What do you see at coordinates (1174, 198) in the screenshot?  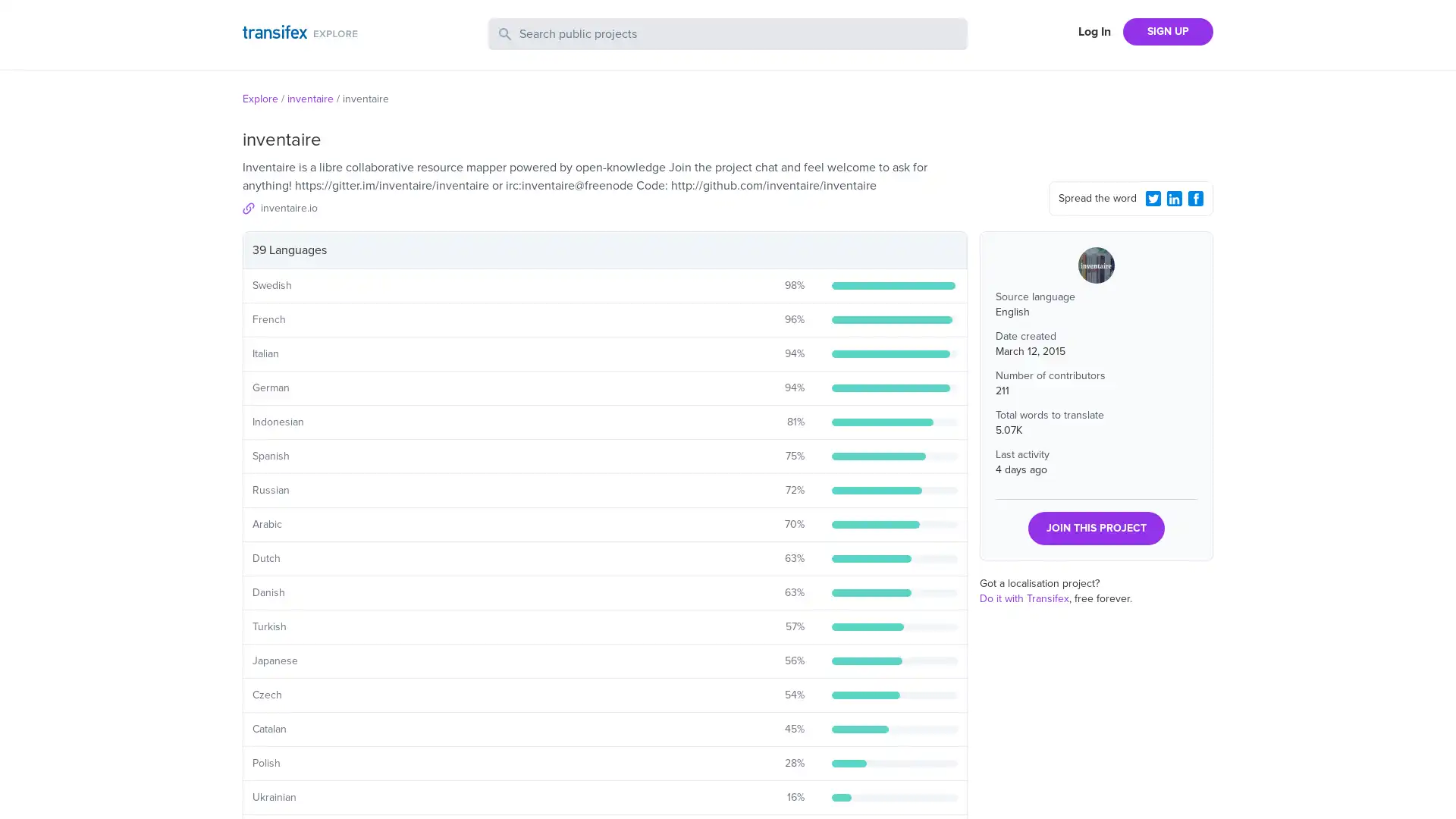 I see `LinkedIn Share` at bounding box center [1174, 198].